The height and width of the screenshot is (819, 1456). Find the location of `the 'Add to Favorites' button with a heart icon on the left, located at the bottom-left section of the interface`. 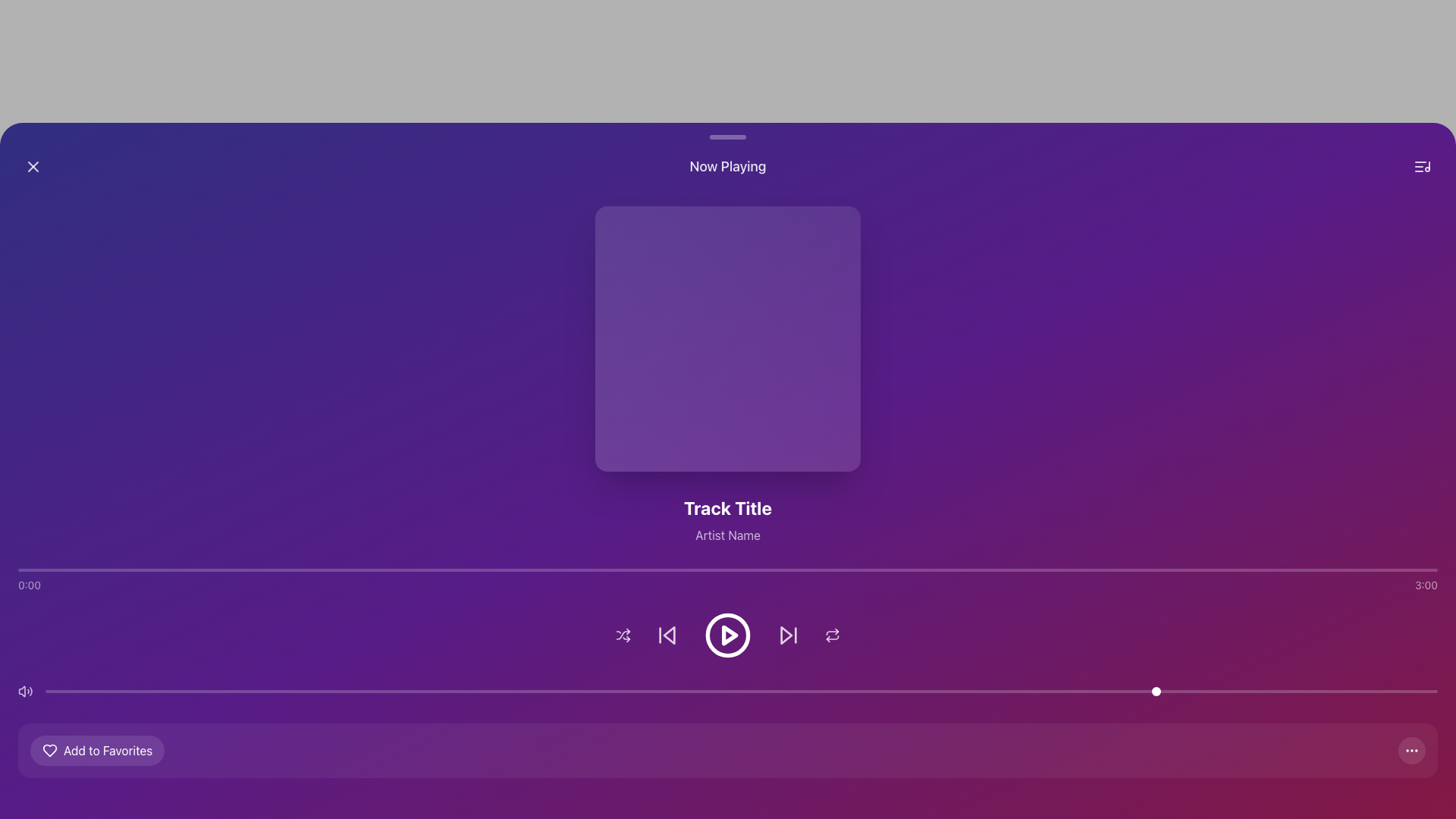

the 'Add to Favorites' button with a heart icon on the left, located at the bottom-left section of the interface is located at coordinates (96, 751).